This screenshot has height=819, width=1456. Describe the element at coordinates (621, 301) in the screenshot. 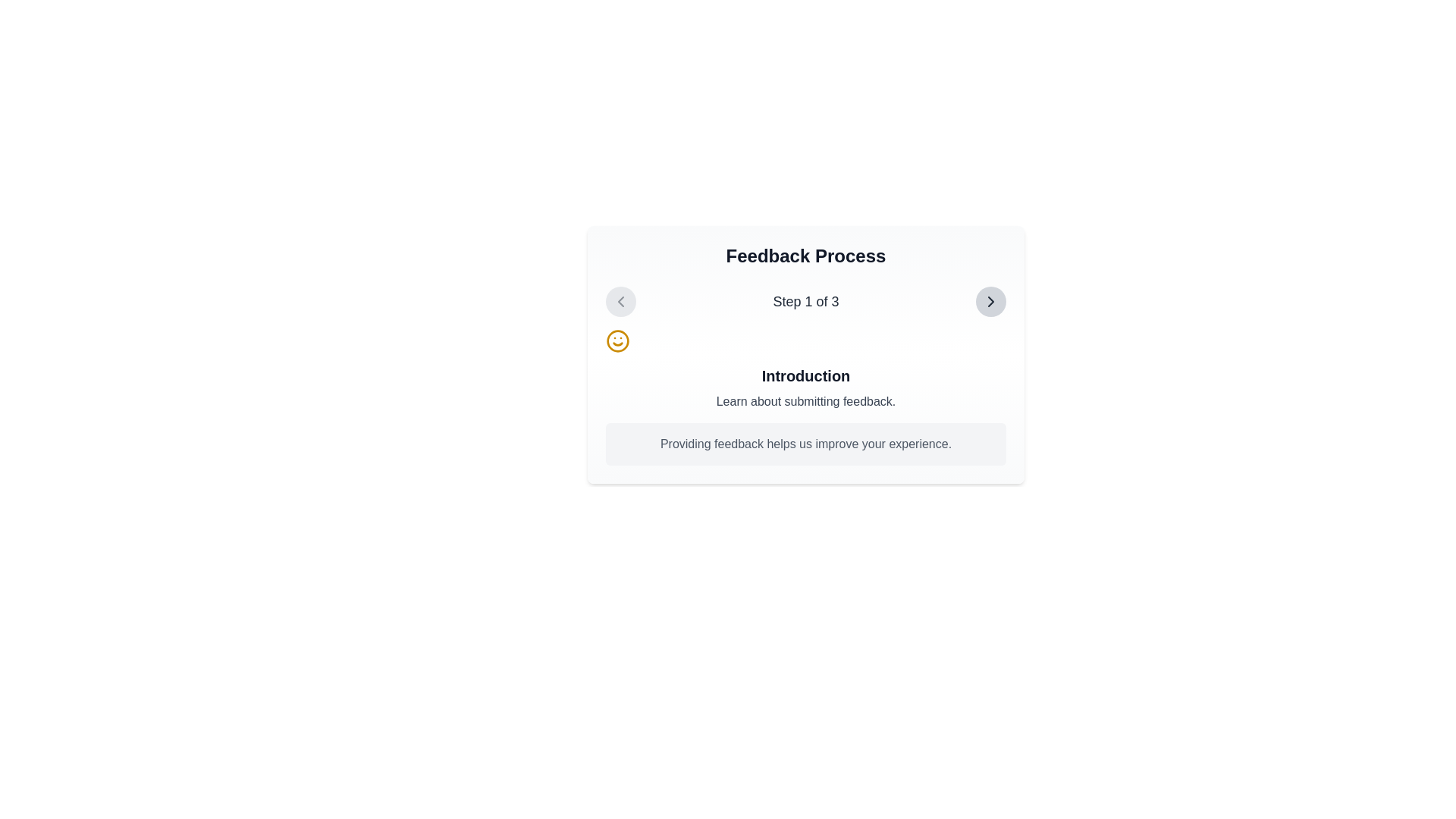

I see `the leftmost circular button with a light gray background and a darker gray arrow icon pointing to the left, located in the header section of the 'Feedback Process' card for keyboard navigation` at that location.